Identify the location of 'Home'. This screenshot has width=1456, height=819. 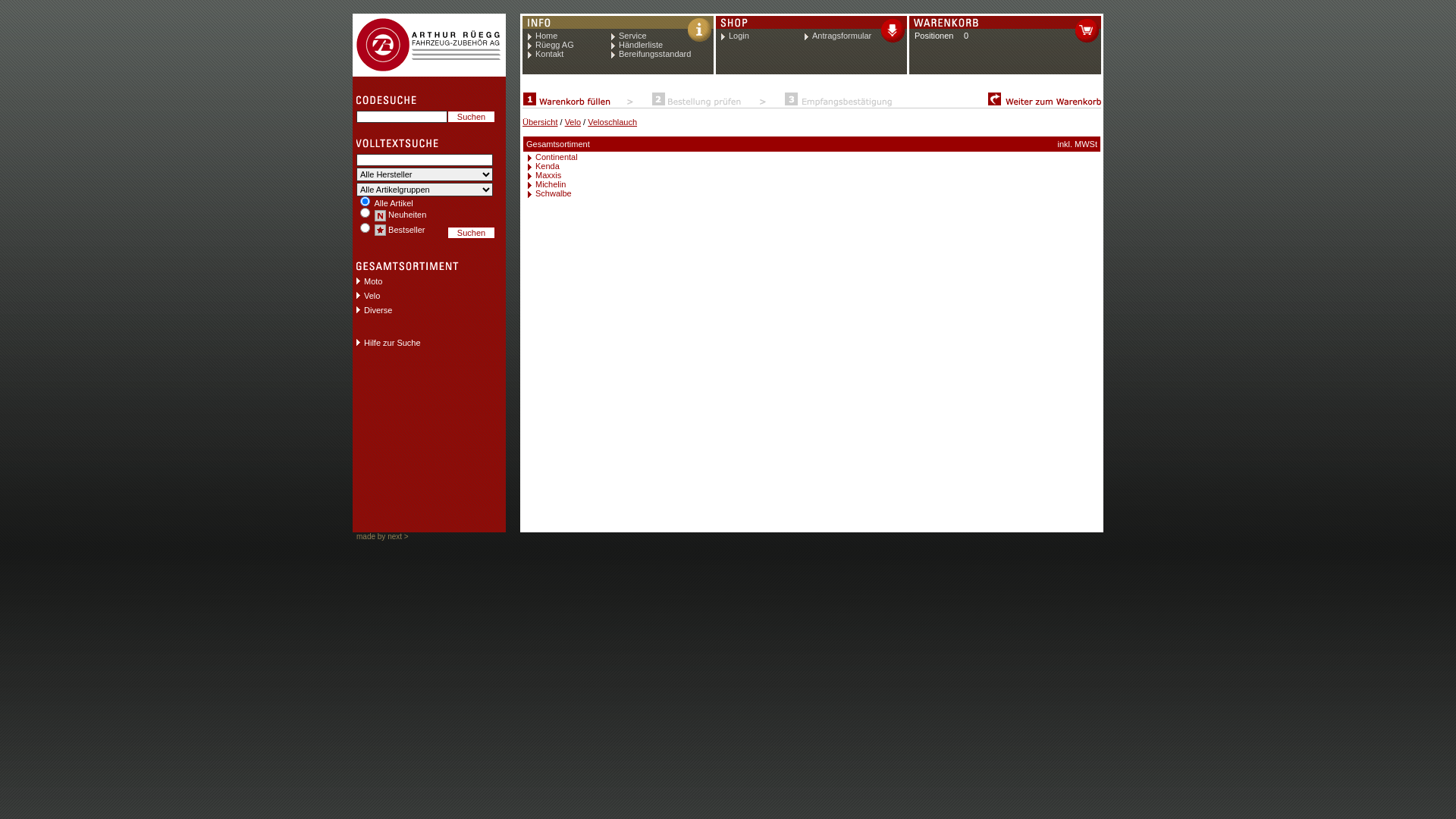
(528, 34).